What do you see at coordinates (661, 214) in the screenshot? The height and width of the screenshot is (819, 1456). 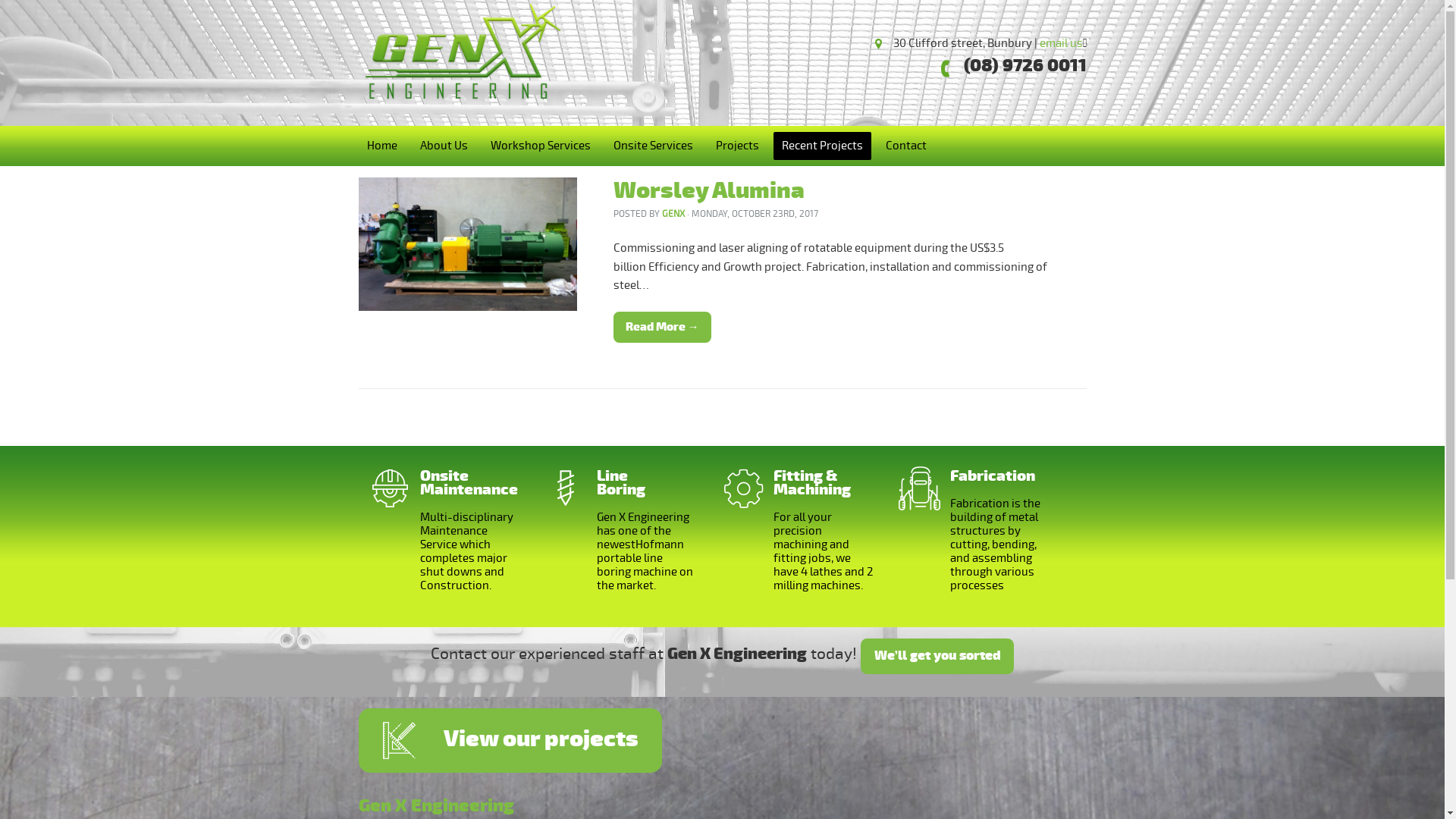 I see `'GENX'` at bounding box center [661, 214].